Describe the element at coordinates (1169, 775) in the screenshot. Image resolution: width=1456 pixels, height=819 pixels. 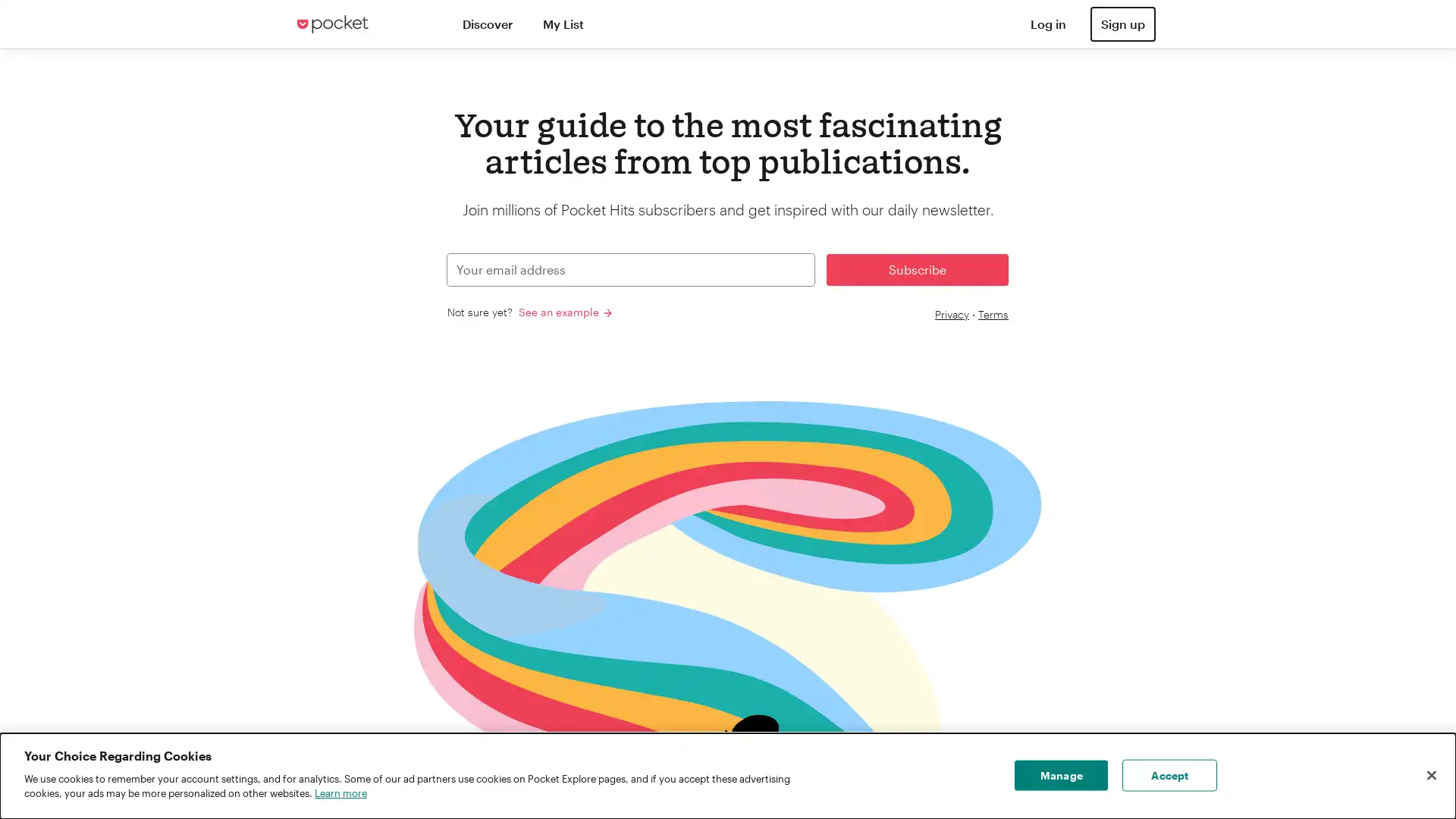
I see `Accept` at that location.